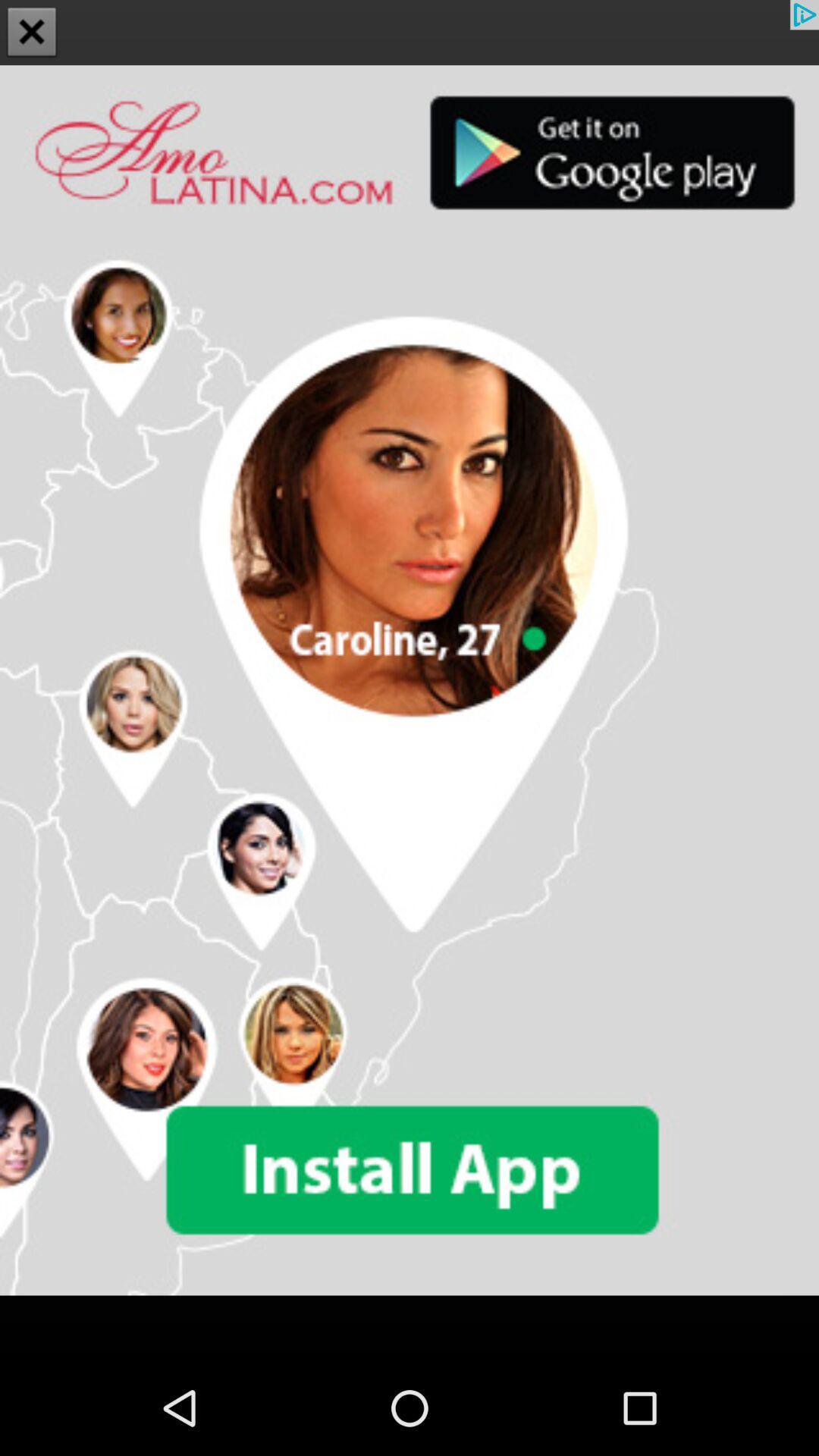  What do you see at coordinates (32, 33) in the screenshot?
I see `the close icon` at bounding box center [32, 33].